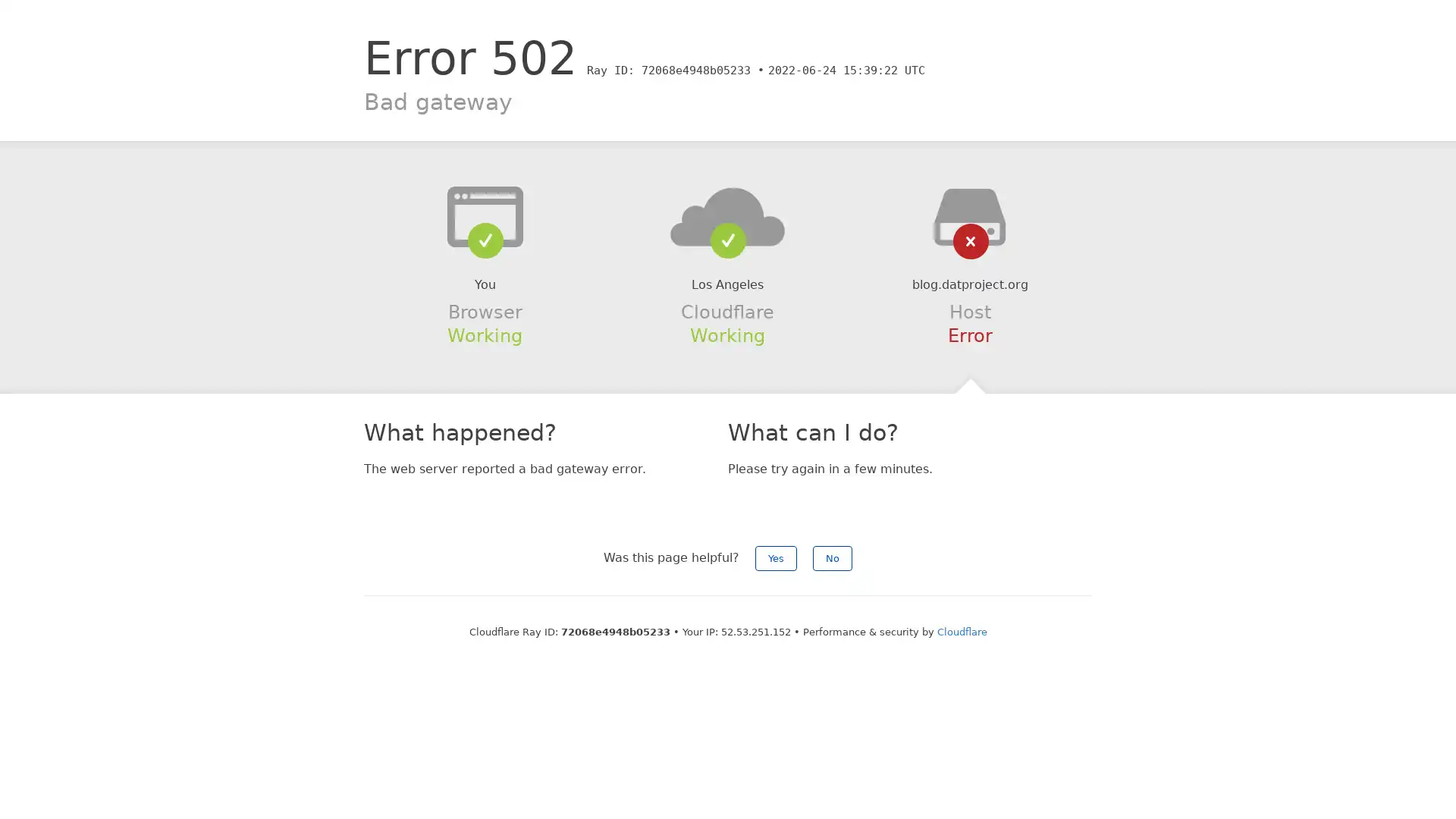 Image resolution: width=1456 pixels, height=819 pixels. What do you see at coordinates (832, 558) in the screenshot?
I see `No` at bounding box center [832, 558].